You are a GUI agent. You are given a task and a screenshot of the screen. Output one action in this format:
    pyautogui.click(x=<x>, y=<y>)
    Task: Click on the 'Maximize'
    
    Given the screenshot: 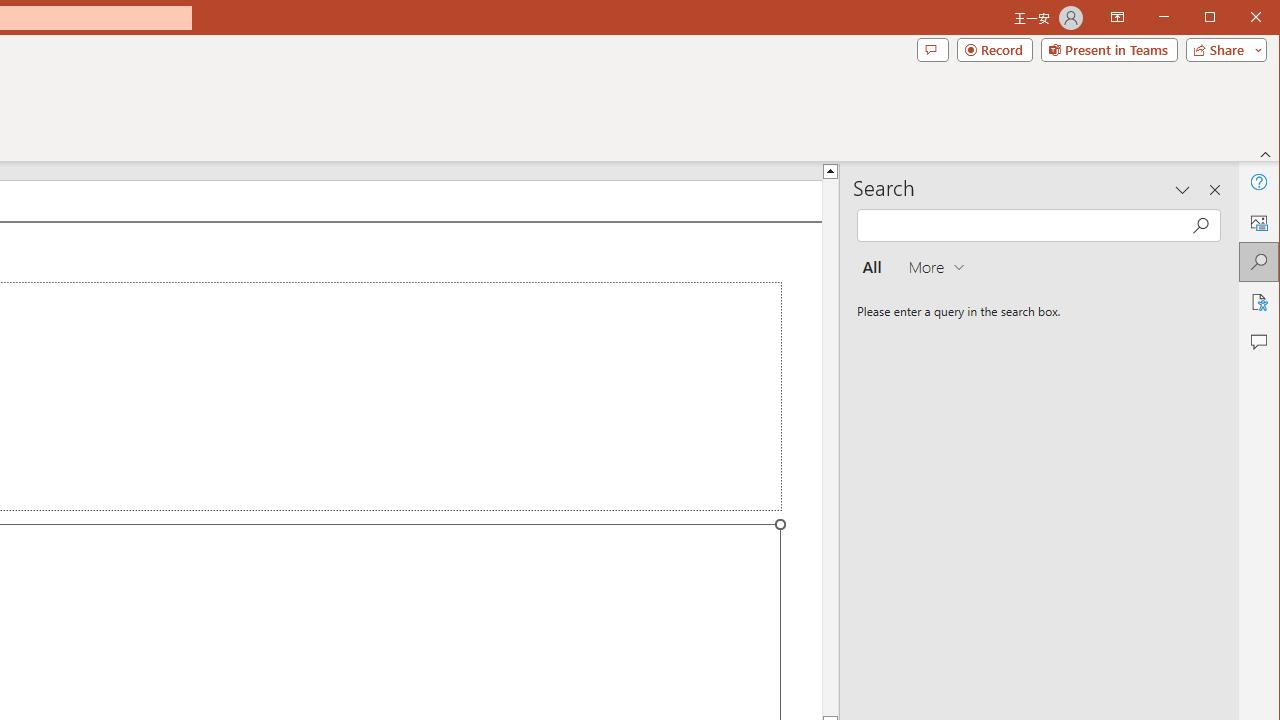 What is the action you would take?
    pyautogui.click(x=1238, y=19)
    